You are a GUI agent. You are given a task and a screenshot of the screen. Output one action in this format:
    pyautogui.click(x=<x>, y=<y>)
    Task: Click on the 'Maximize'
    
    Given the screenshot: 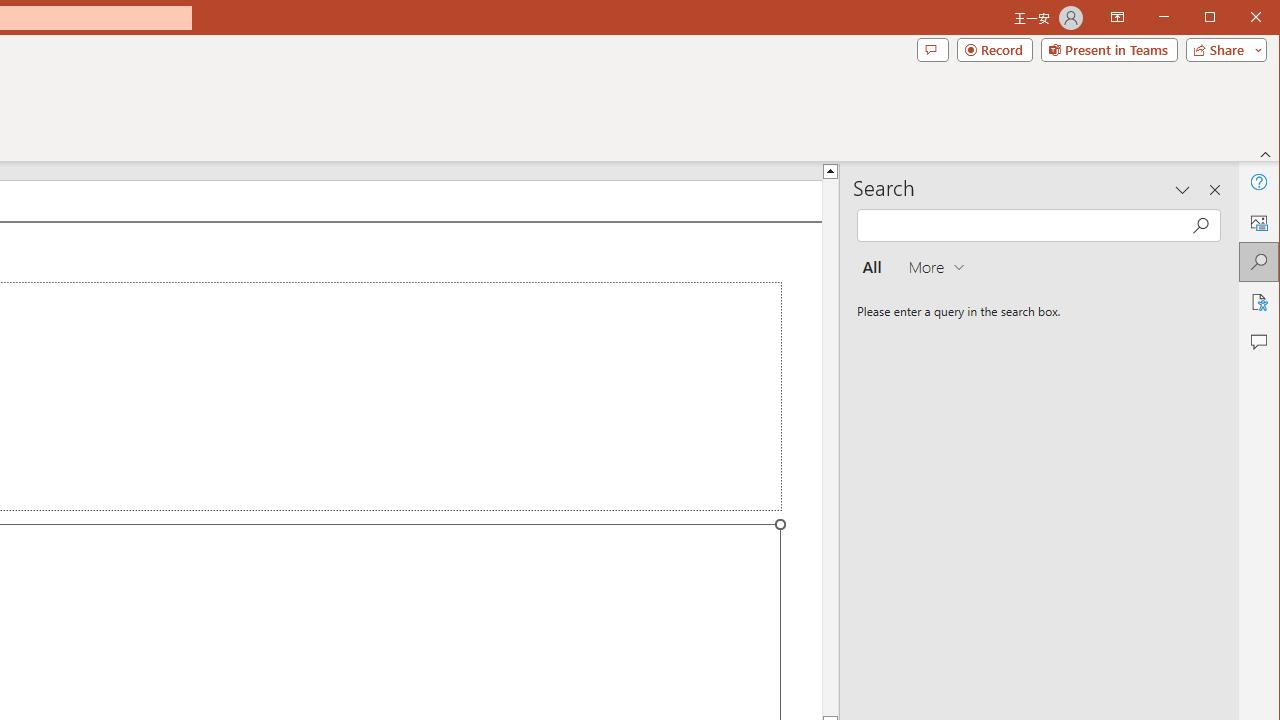 What is the action you would take?
    pyautogui.click(x=1238, y=19)
    